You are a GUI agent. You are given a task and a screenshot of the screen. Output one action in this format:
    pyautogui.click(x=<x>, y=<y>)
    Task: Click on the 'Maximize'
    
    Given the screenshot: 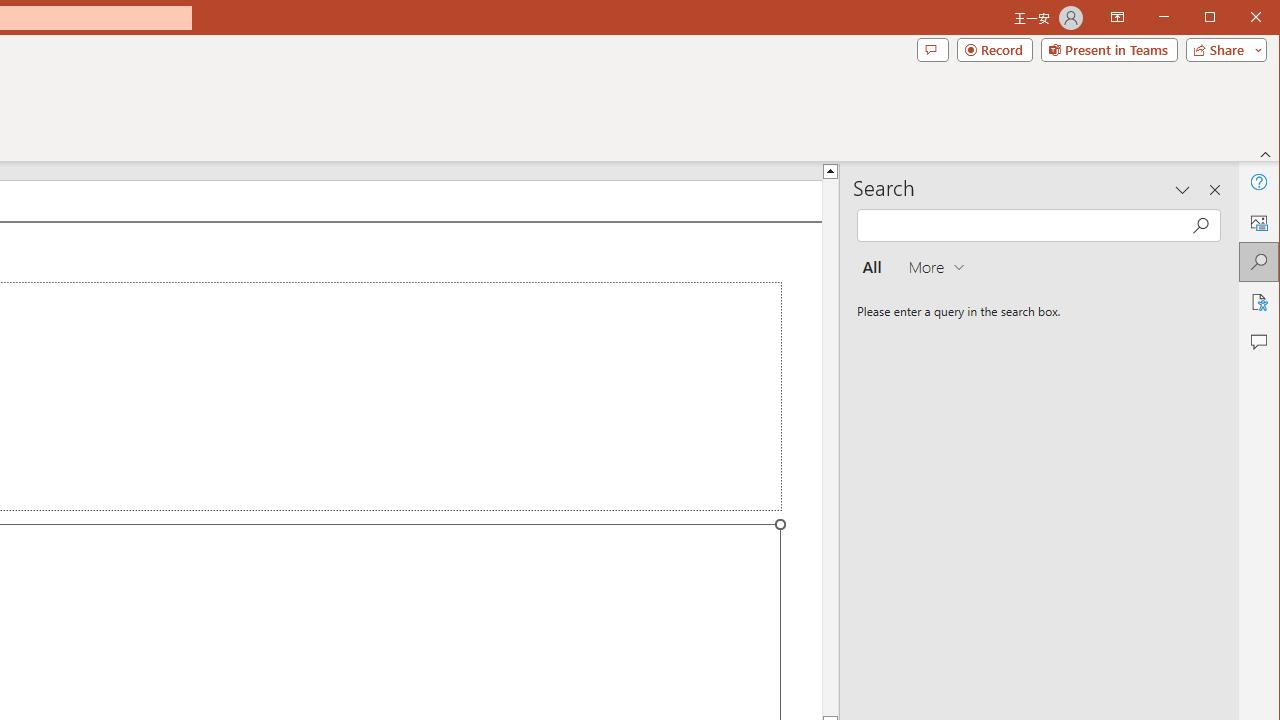 What is the action you would take?
    pyautogui.click(x=1238, y=19)
    